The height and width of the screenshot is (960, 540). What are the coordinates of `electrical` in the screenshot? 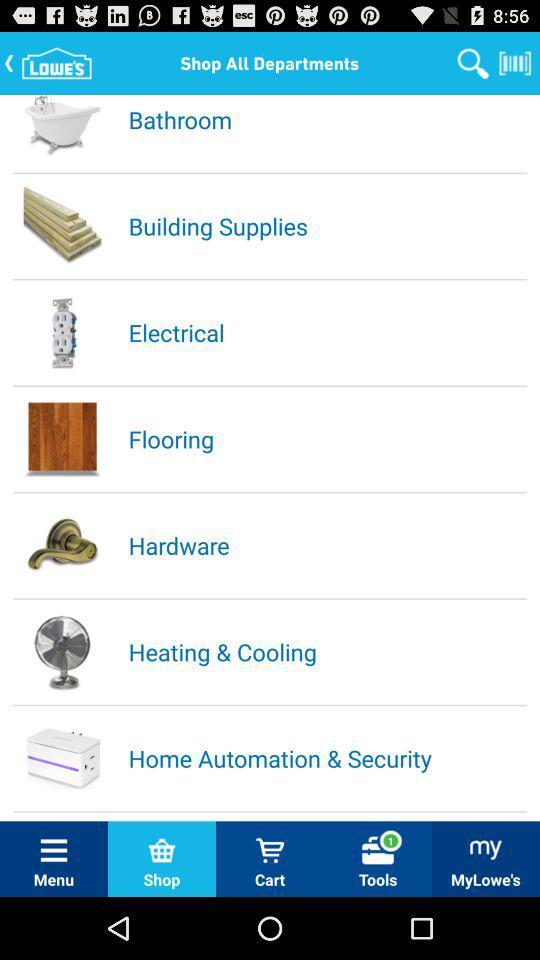 It's located at (326, 332).